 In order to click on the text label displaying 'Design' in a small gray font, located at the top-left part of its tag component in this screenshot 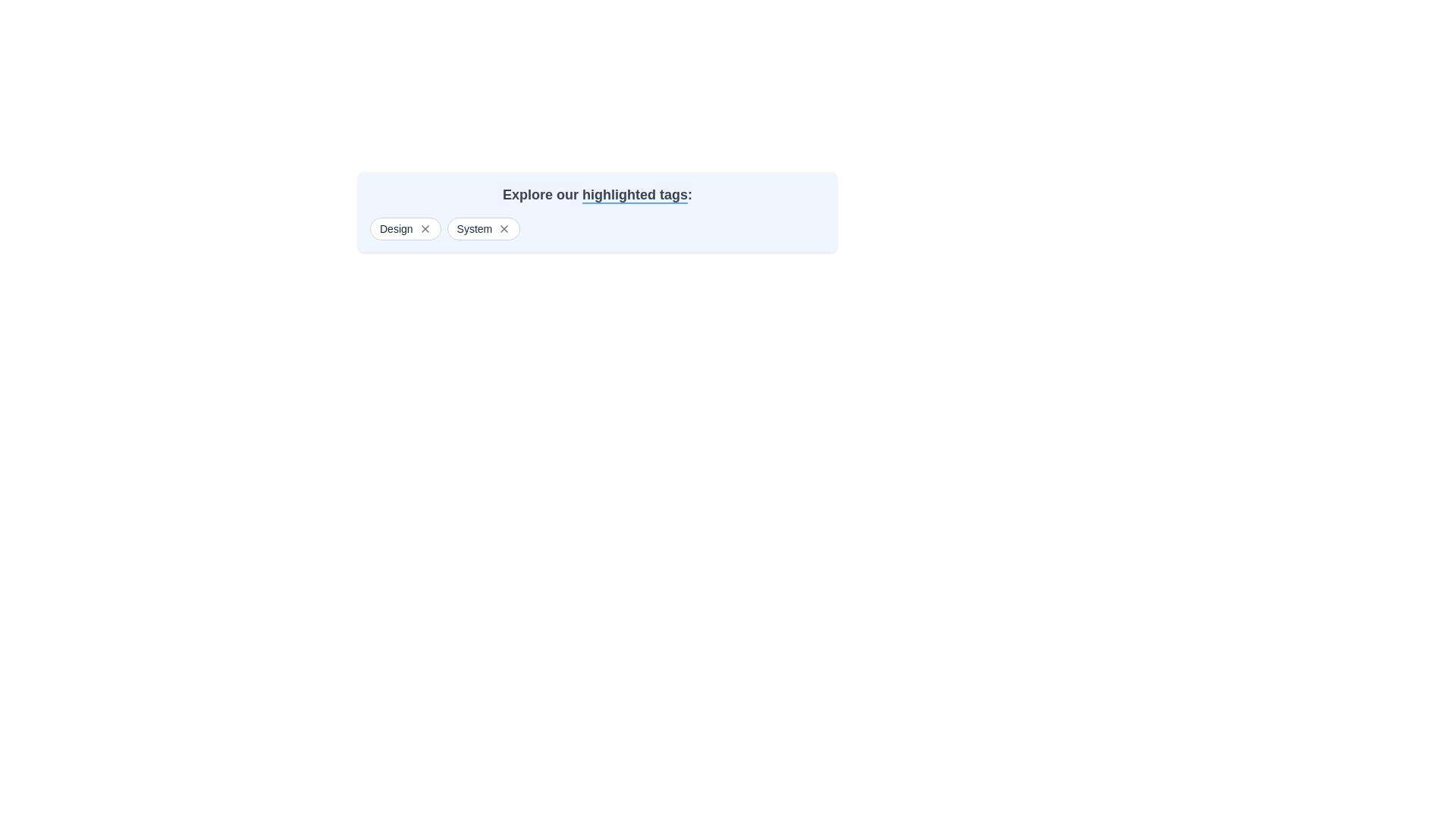, I will do `click(396, 228)`.